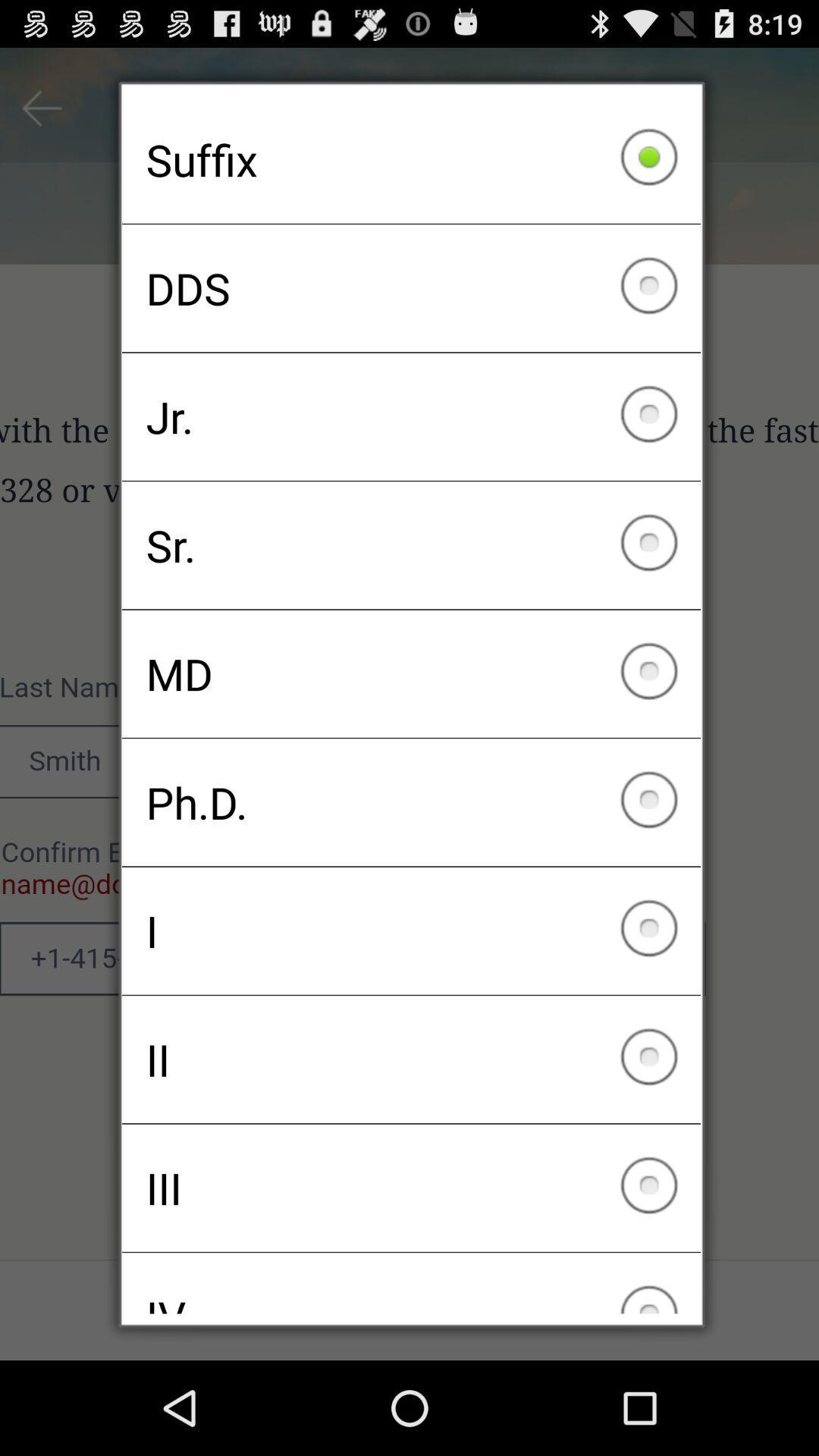 The width and height of the screenshot is (819, 1456). Describe the element at coordinates (411, 1282) in the screenshot. I see `the iv checkbox` at that location.